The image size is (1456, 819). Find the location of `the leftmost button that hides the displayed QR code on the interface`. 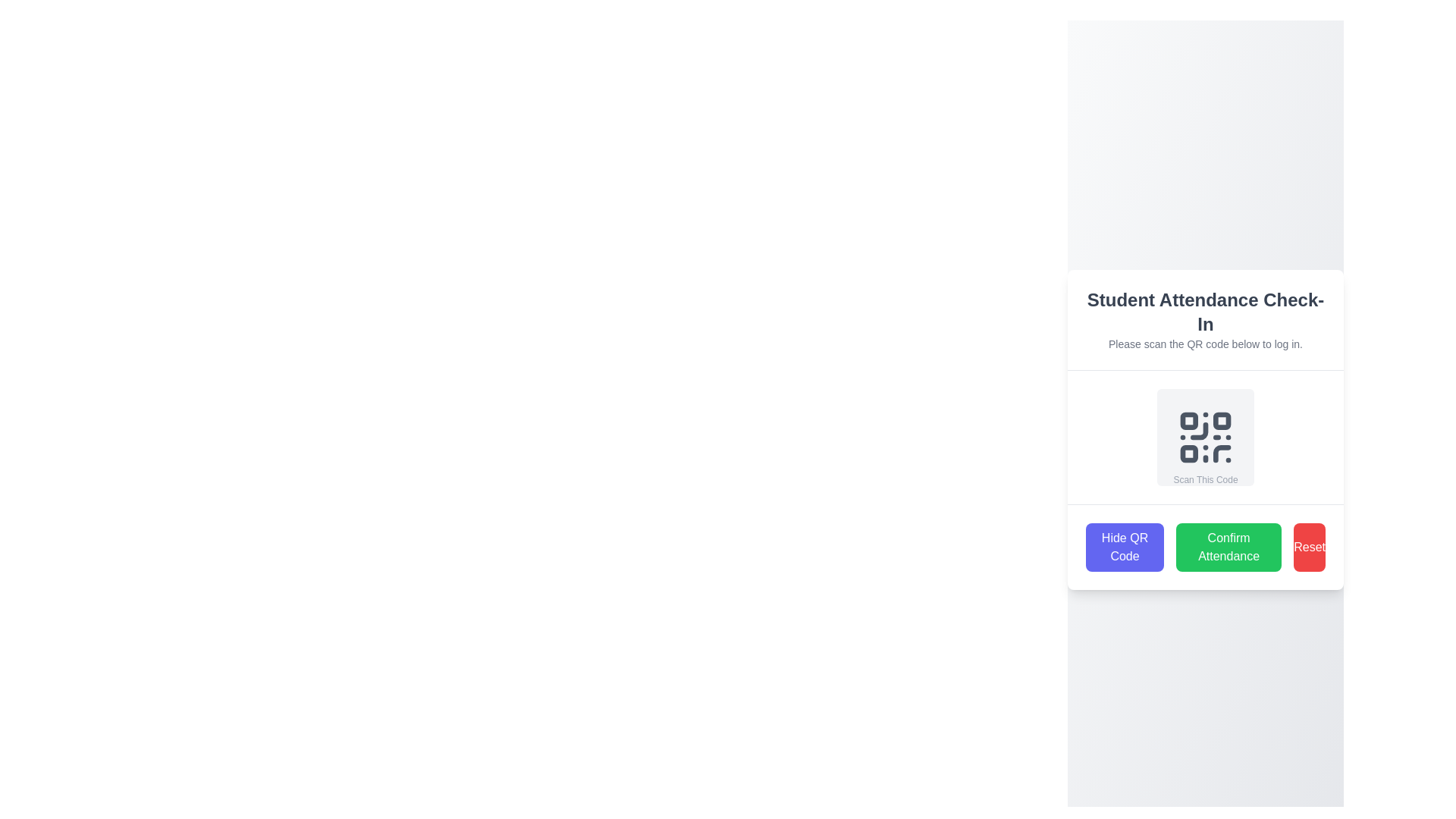

the leftmost button that hides the displayed QR code on the interface is located at coordinates (1125, 547).